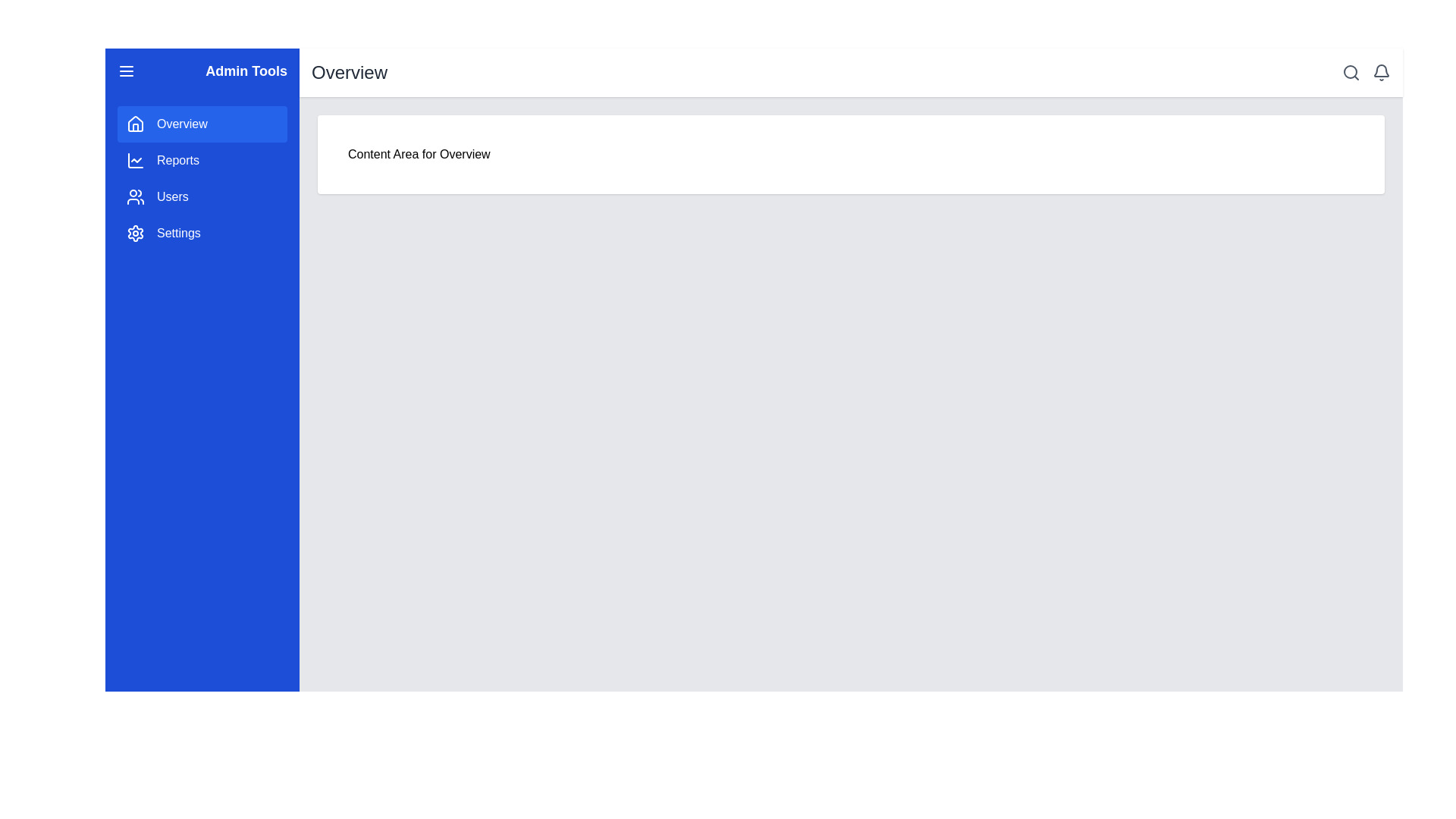  Describe the element at coordinates (172, 196) in the screenshot. I see `the 'Users' text label, which is the third item in the vertical navigation menu on the left-hand side of the interface` at that location.